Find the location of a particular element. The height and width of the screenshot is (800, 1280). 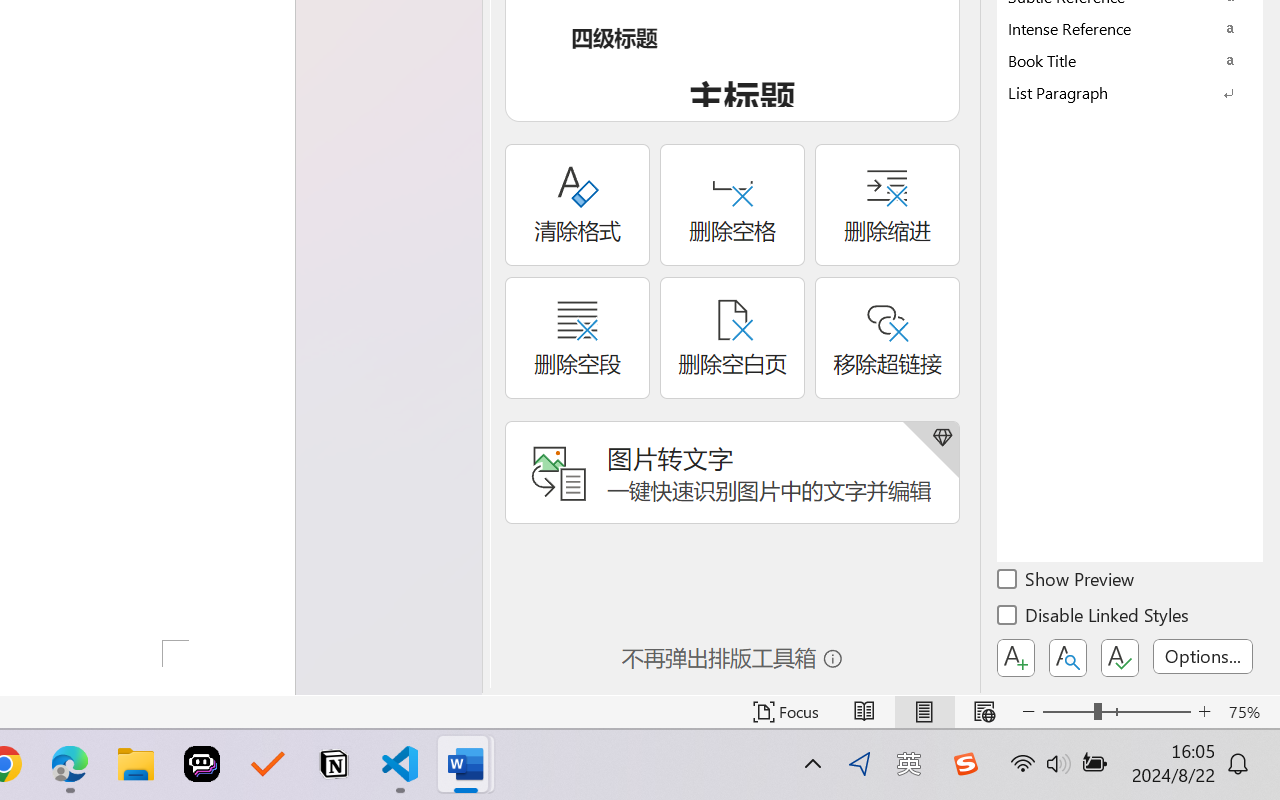

'Zoom In' is located at coordinates (1204, 711).